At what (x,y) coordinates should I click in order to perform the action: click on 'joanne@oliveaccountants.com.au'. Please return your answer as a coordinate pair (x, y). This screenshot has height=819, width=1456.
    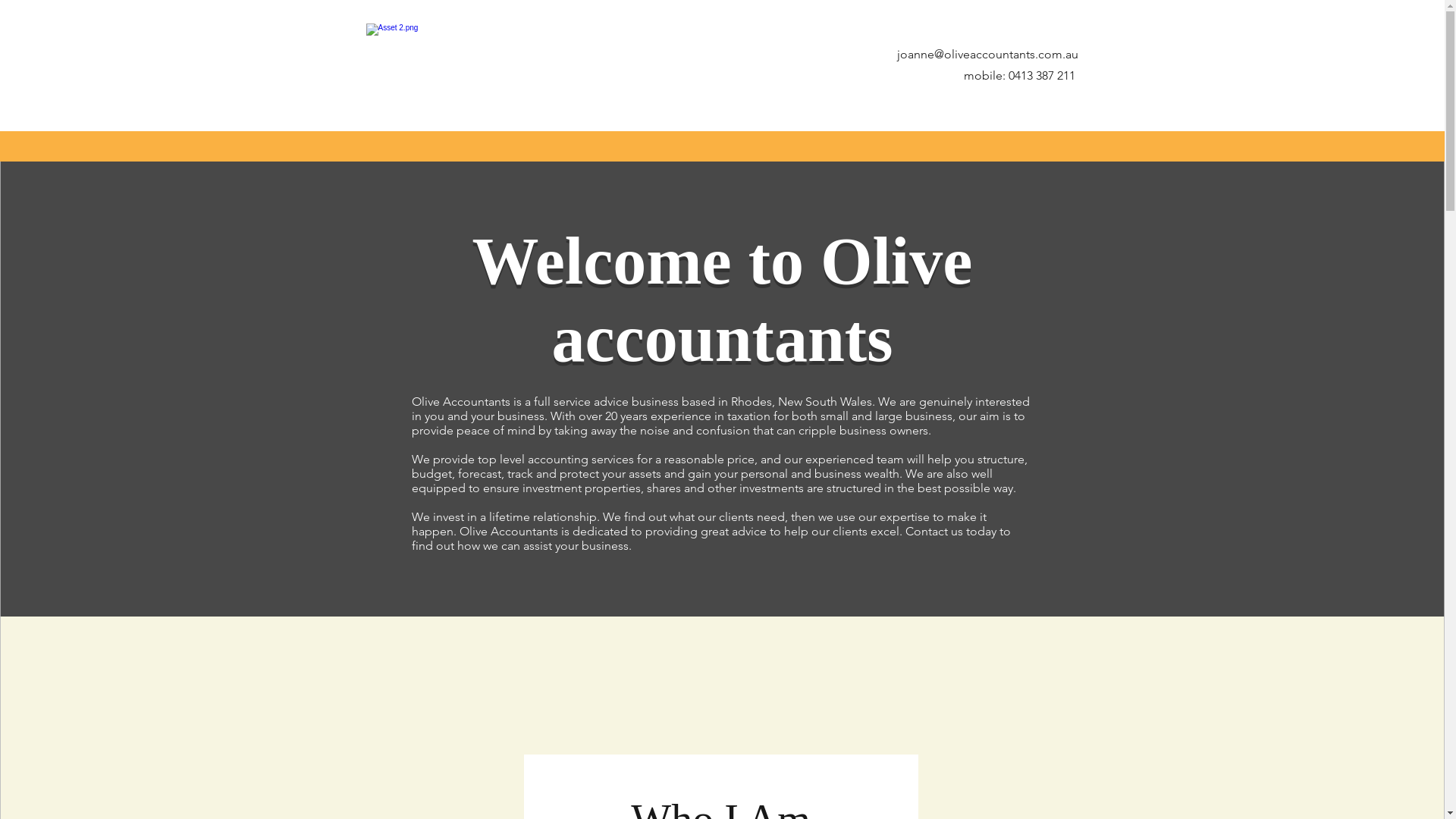
    Looking at the image, I should click on (987, 53).